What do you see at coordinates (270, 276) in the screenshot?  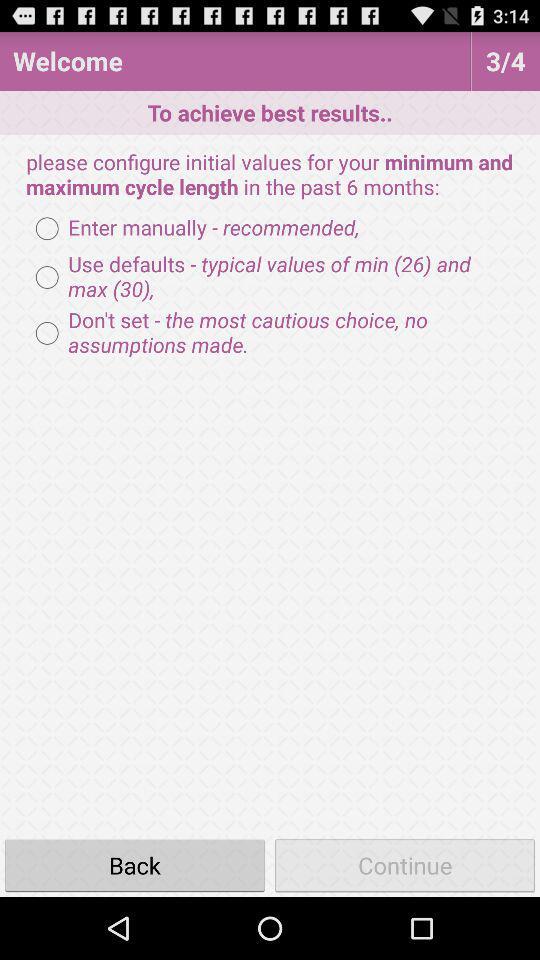 I see `icon above don t set` at bounding box center [270, 276].